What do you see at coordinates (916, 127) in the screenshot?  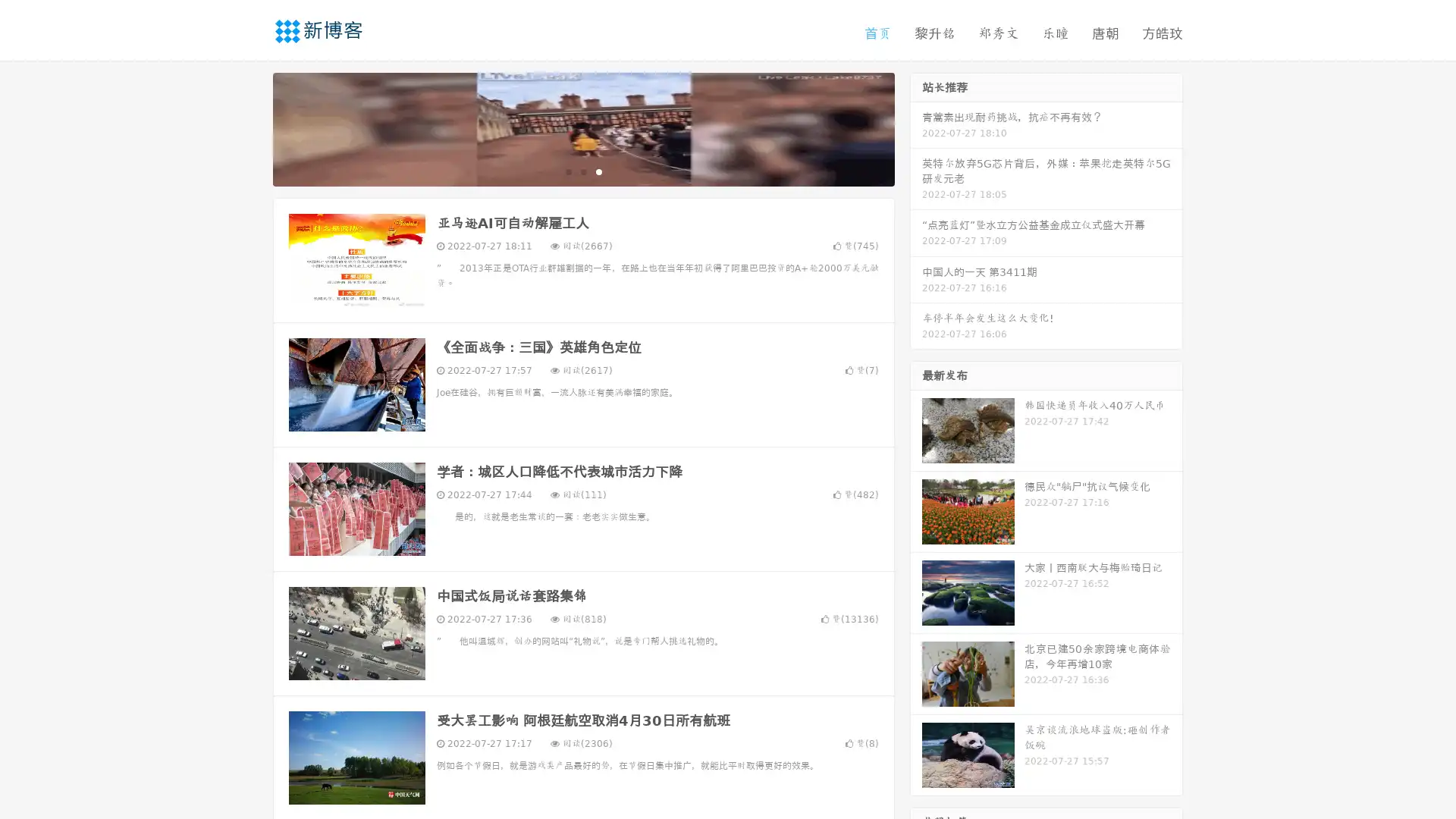 I see `Next slide` at bounding box center [916, 127].